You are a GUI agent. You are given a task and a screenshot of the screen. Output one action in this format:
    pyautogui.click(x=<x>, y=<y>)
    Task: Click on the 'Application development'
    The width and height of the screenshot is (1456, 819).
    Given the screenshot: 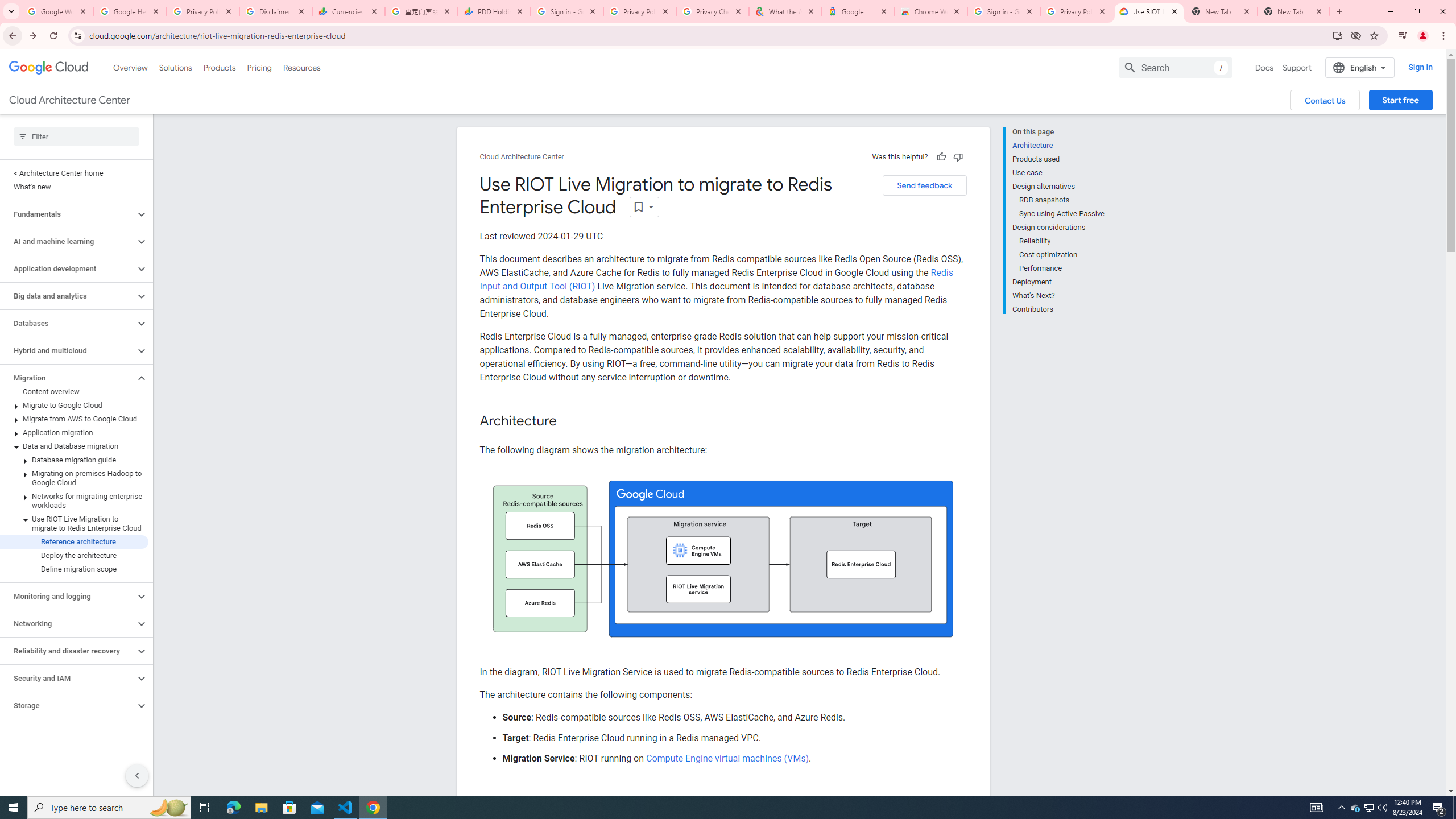 What is the action you would take?
    pyautogui.click(x=67, y=268)
    